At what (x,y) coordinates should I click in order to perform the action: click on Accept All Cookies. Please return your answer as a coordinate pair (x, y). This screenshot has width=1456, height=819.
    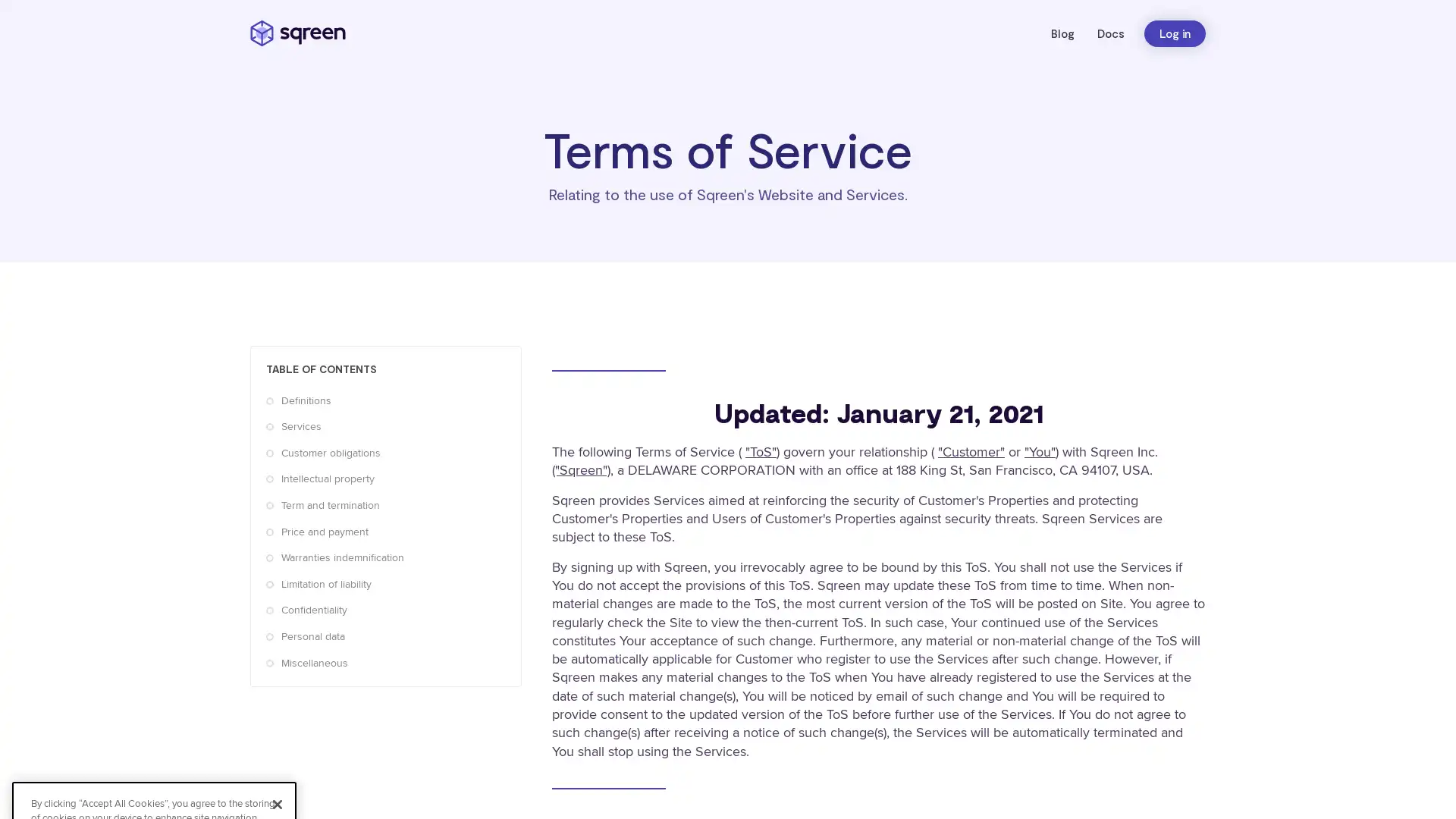
    Looking at the image, I should click on (154, 721).